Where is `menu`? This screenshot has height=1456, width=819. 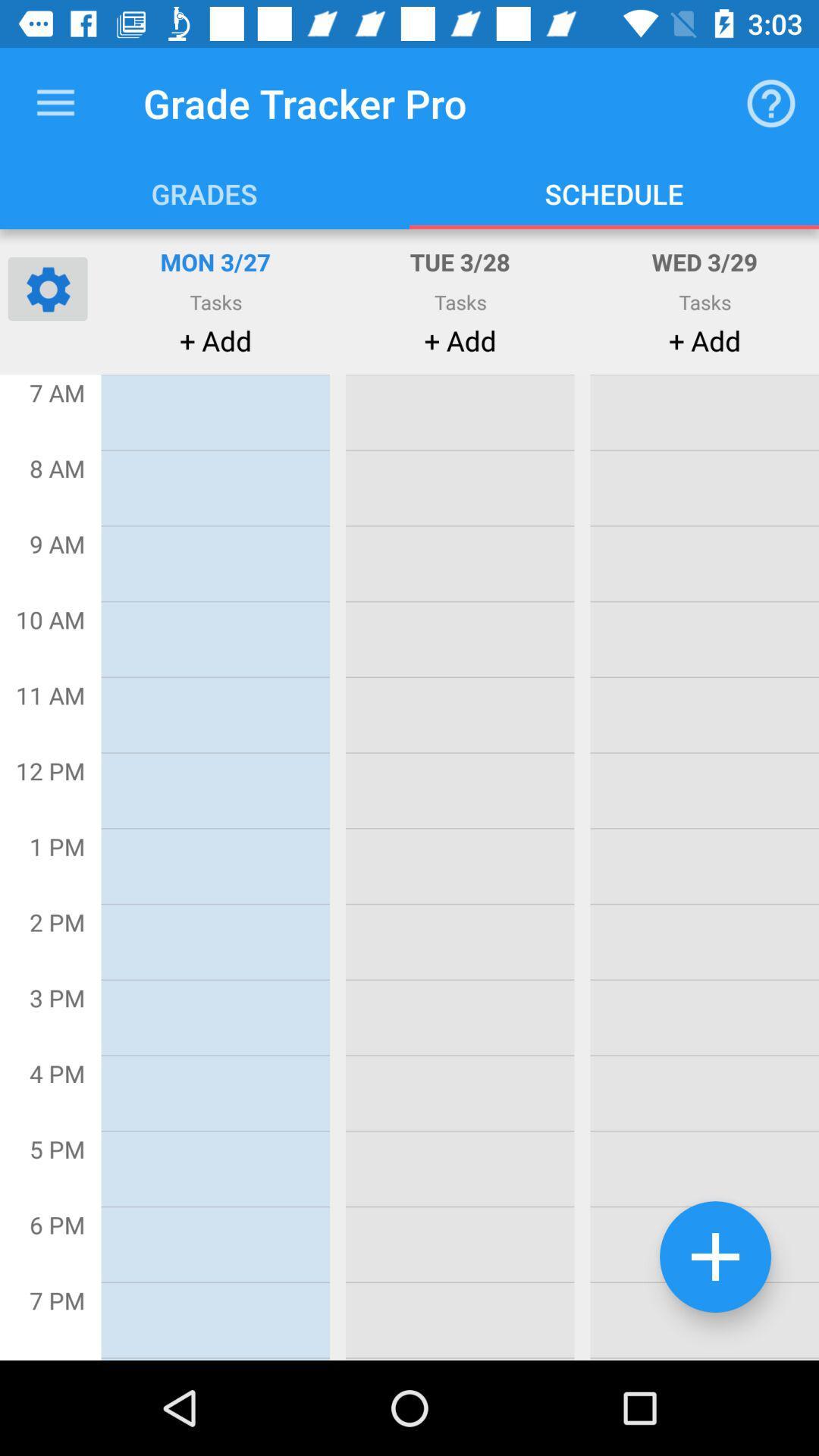
menu is located at coordinates (55, 102).